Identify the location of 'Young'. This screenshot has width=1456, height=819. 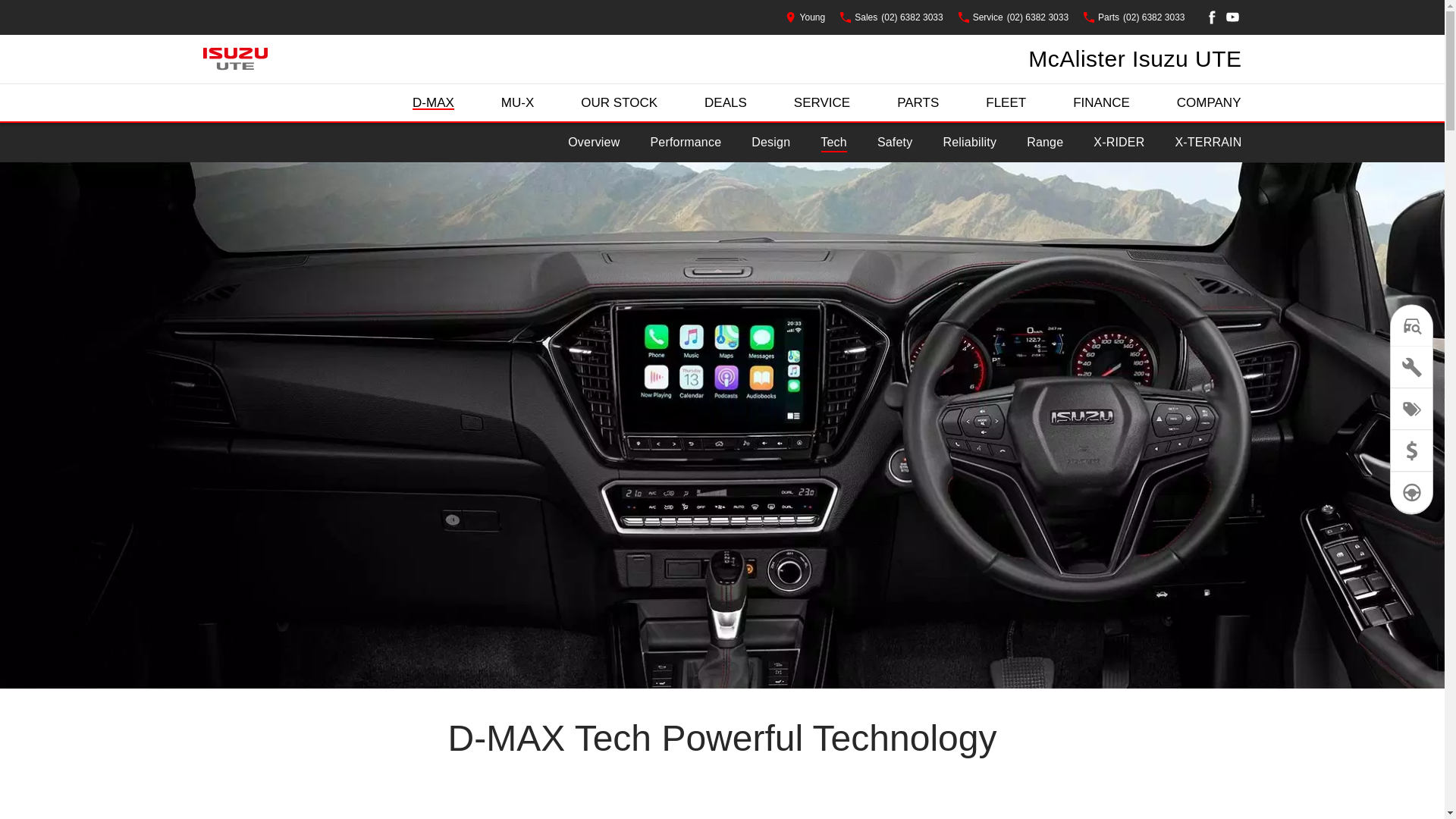
(805, 17).